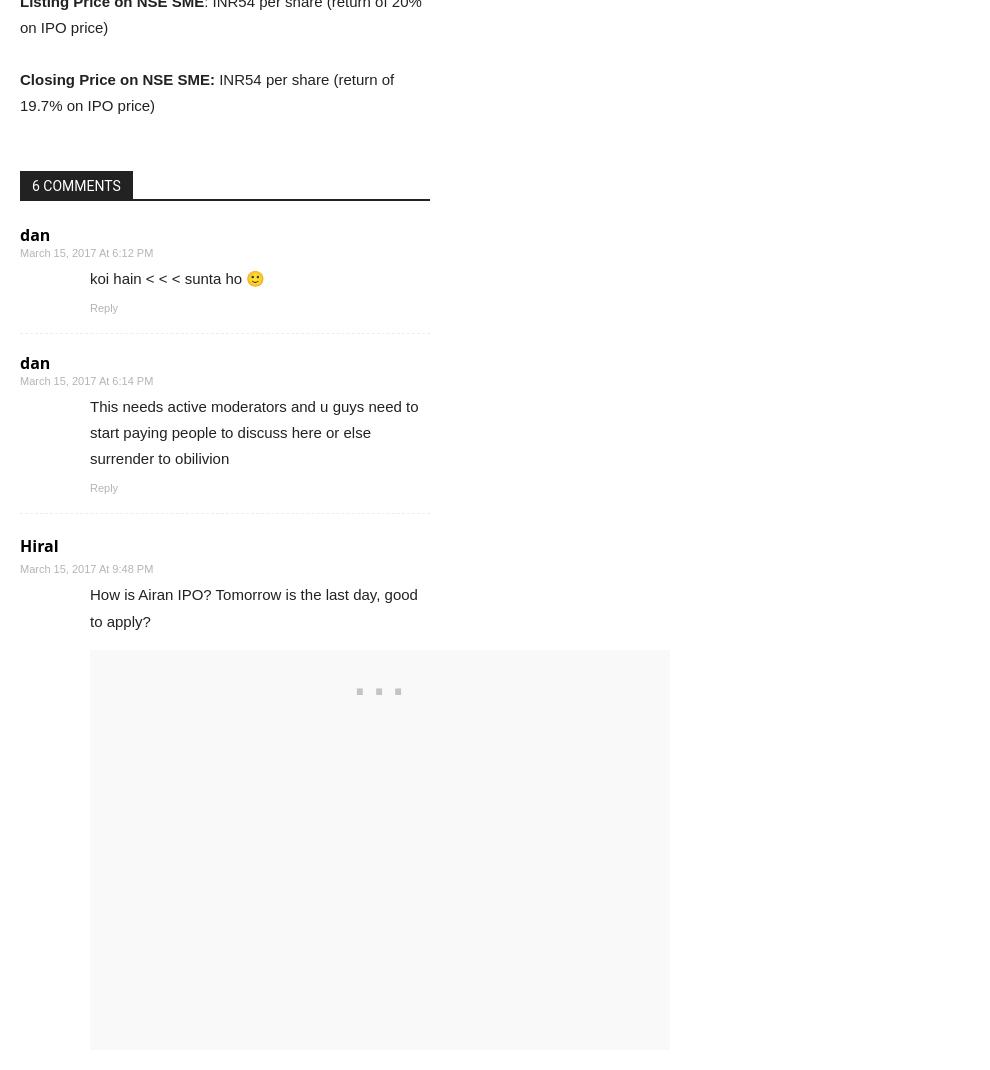 This screenshot has height=1070, width=990. I want to click on 'This needs active moderators and u guys need to start paying people to discuss here or else surrender to obilivion', so click(254, 431).